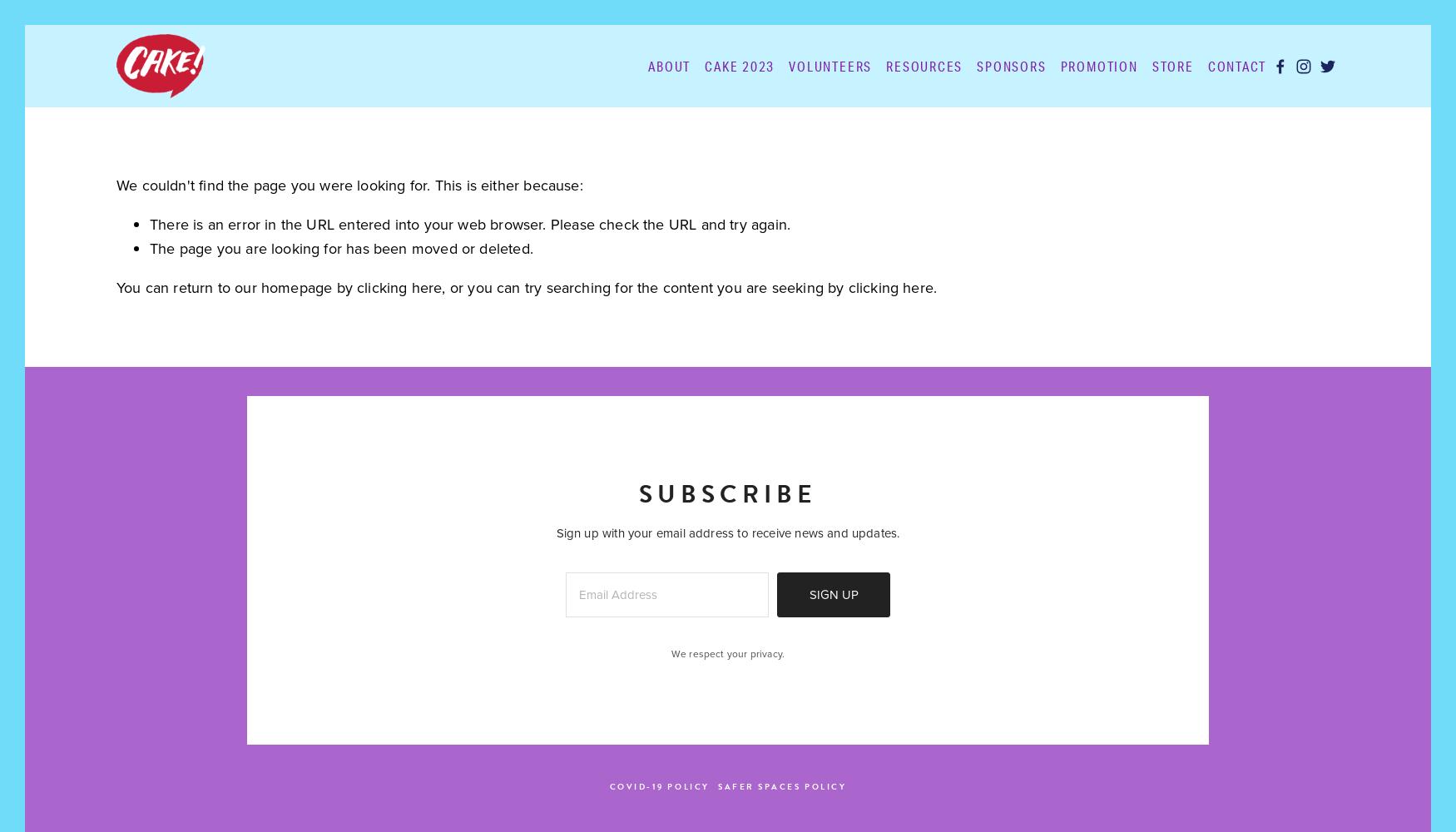  I want to click on 'Contact', so click(1236, 64).